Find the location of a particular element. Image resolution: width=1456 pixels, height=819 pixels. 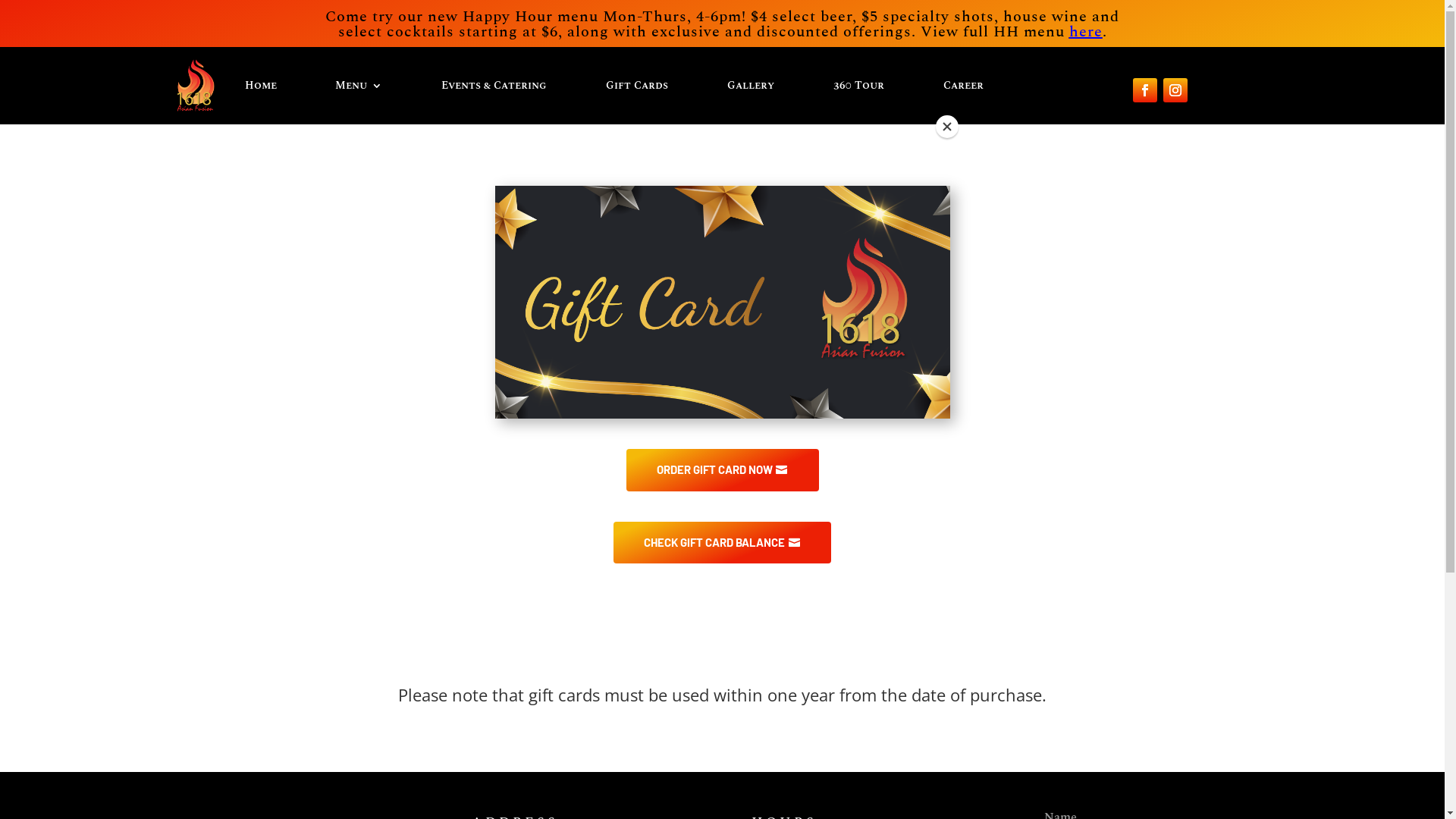

'360 Tour' is located at coordinates (858, 85).